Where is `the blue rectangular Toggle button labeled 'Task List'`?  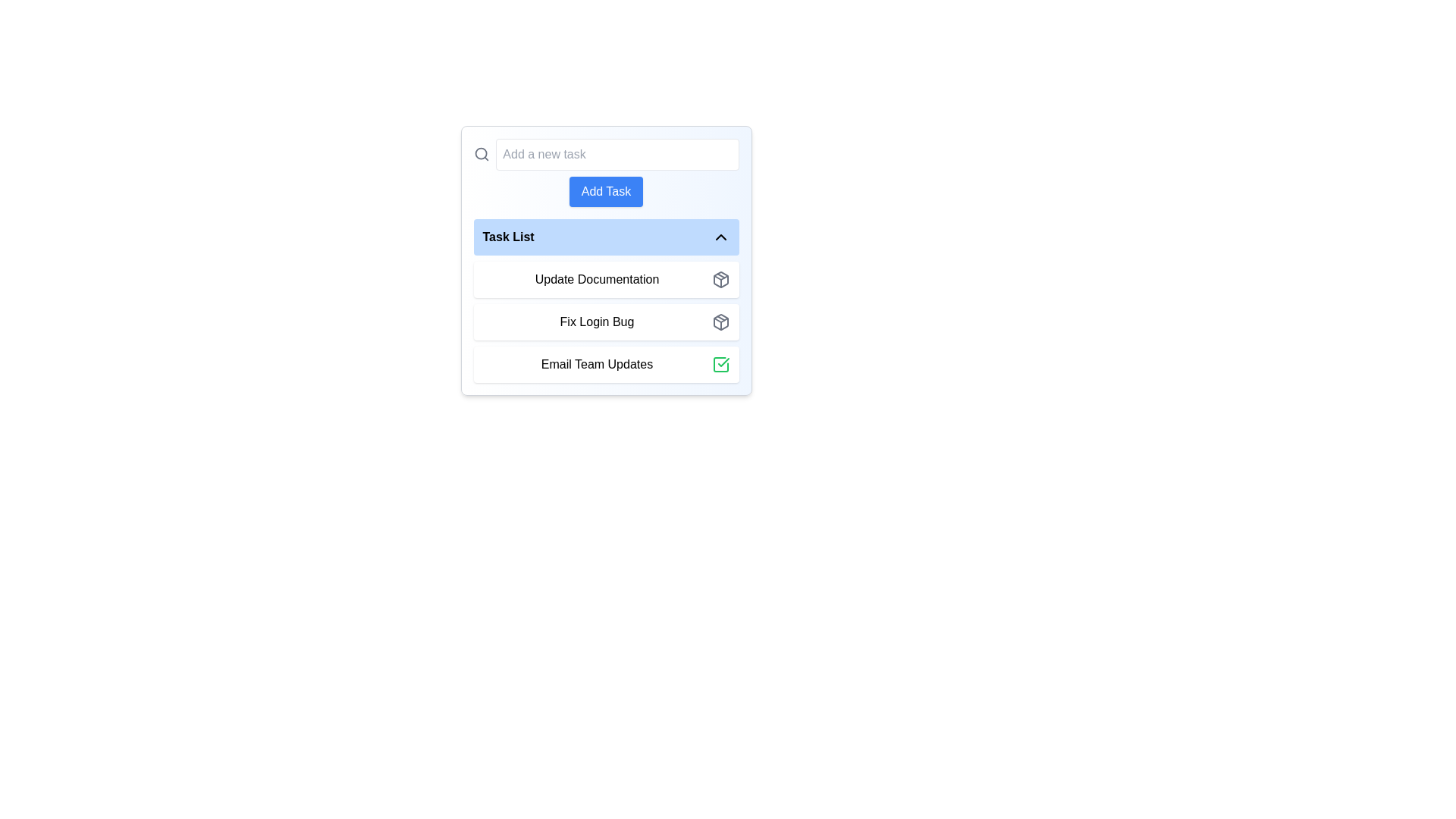
the blue rectangular Toggle button labeled 'Task List' is located at coordinates (605, 237).